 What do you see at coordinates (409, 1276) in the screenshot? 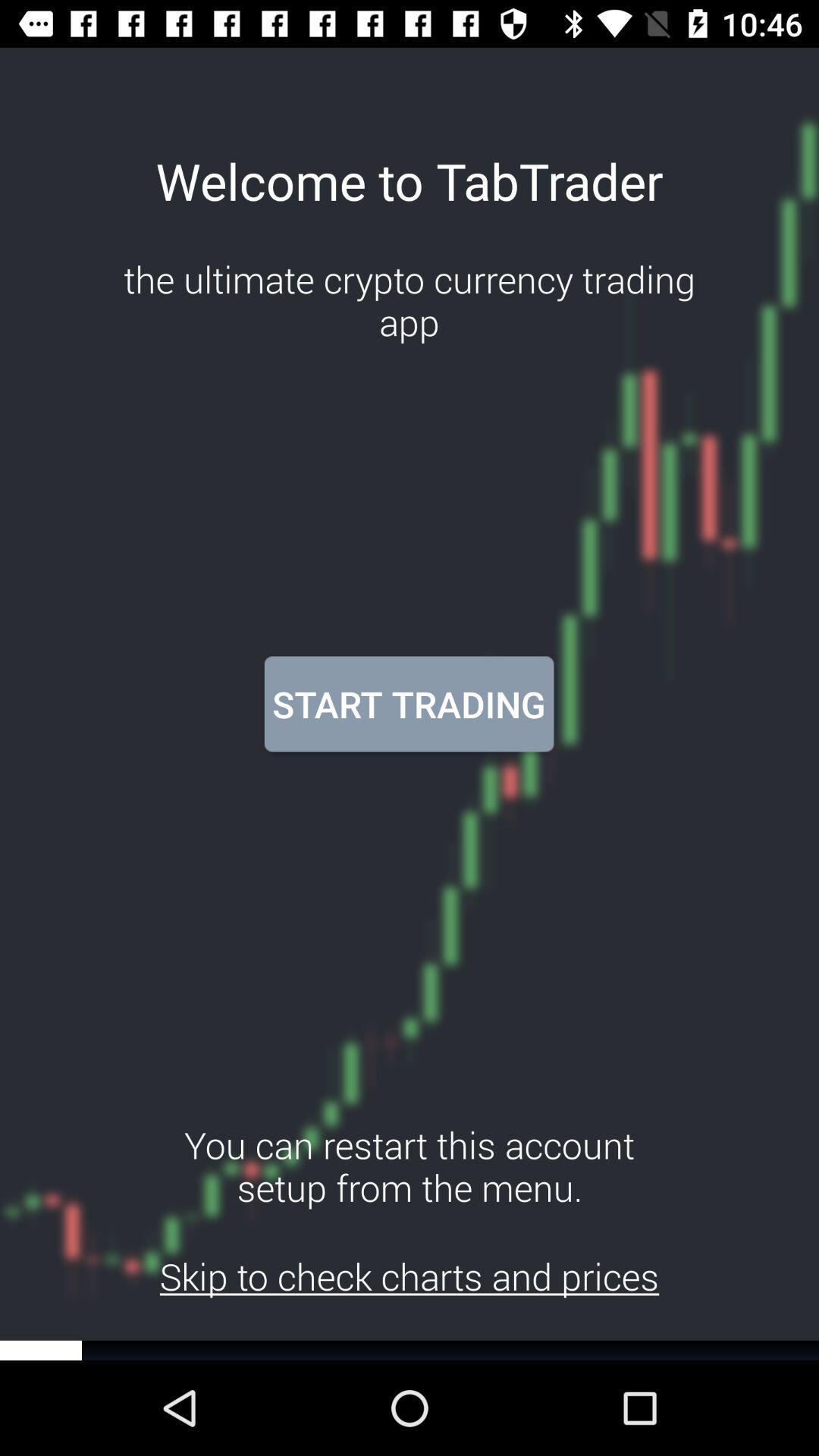
I see `the skip to check item` at bounding box center [409, 1276].